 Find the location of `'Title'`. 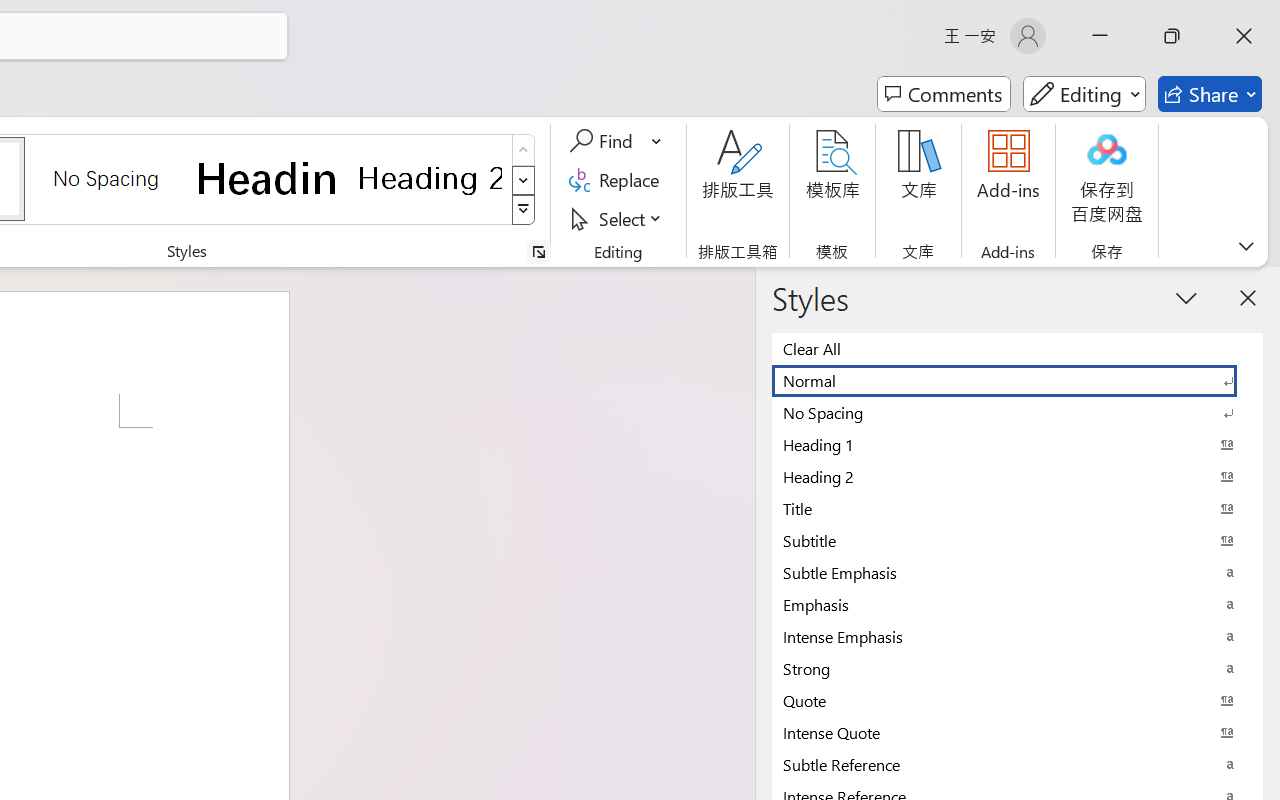

'Title' is located at coordinates (1017, 507).